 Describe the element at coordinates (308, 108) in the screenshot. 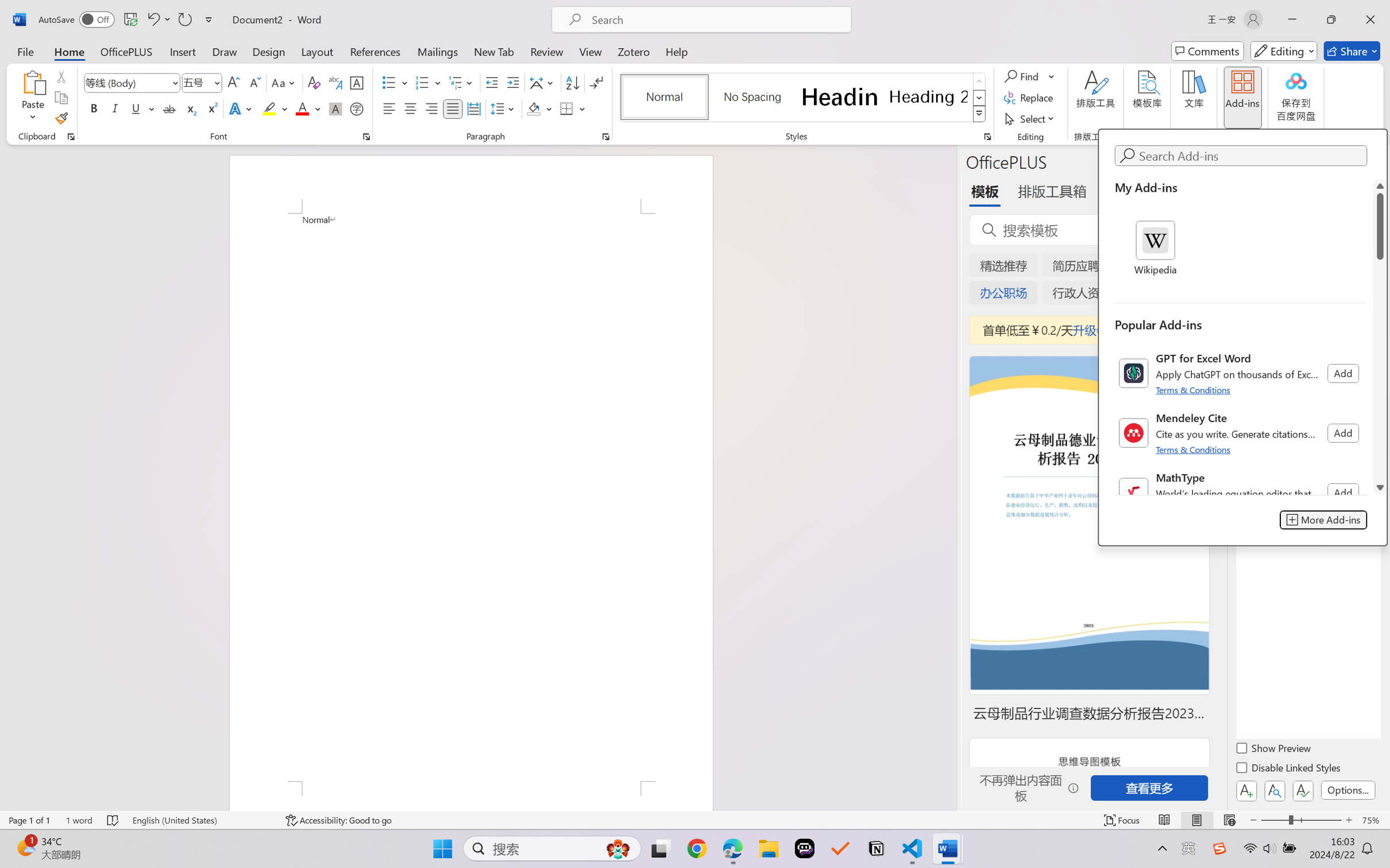

I see `'Font Color'` at that location.